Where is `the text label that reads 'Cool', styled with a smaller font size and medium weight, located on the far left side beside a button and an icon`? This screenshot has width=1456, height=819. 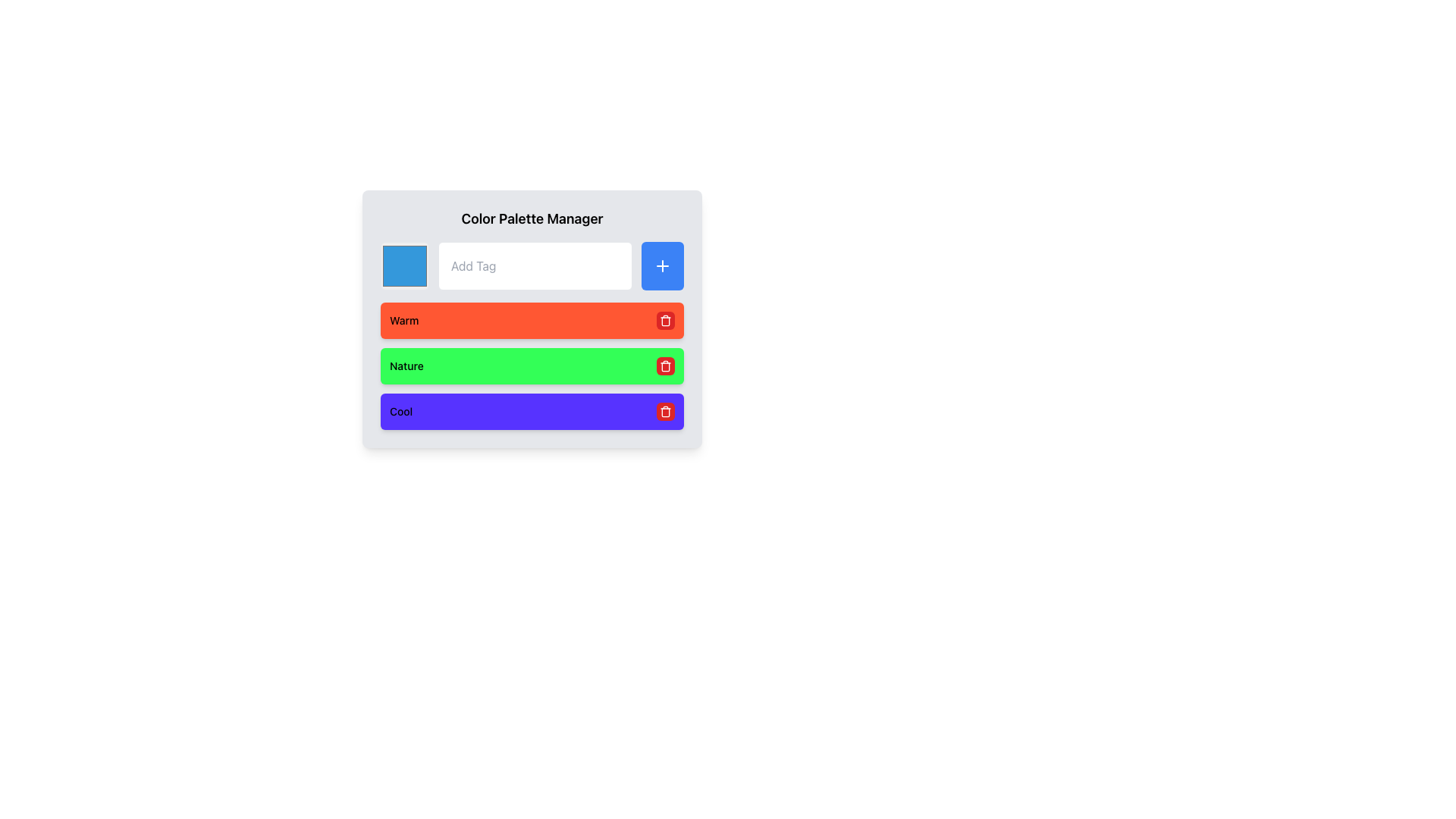
the text label that reads 'Cool', styled with a smaller font size and medium weight, located on the far left side beside a button and an icon is located at coordinates (400, 412).